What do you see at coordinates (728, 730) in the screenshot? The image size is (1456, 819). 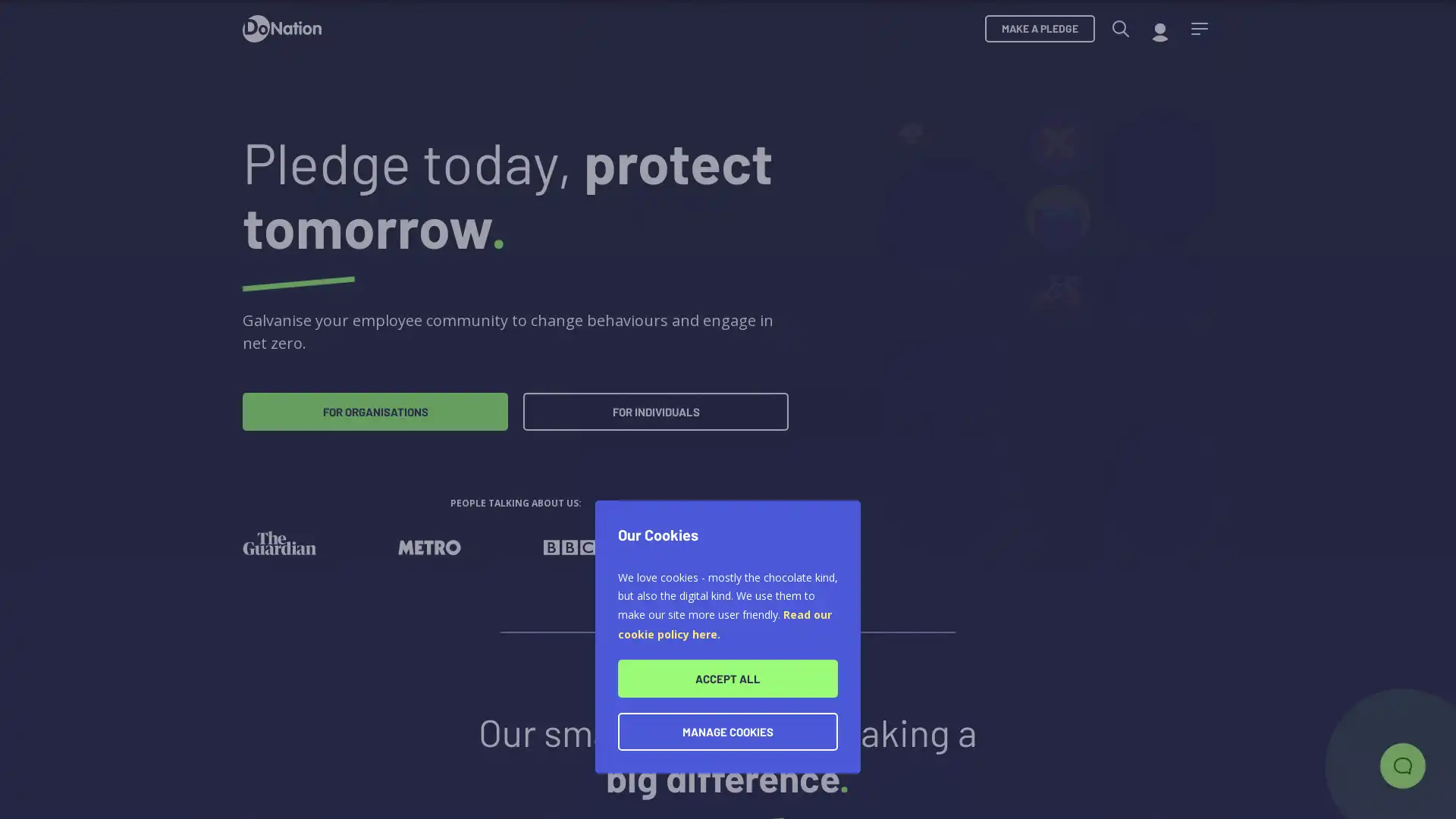 I see `MANAGE COOKIES` at bounding box center [728, 730].